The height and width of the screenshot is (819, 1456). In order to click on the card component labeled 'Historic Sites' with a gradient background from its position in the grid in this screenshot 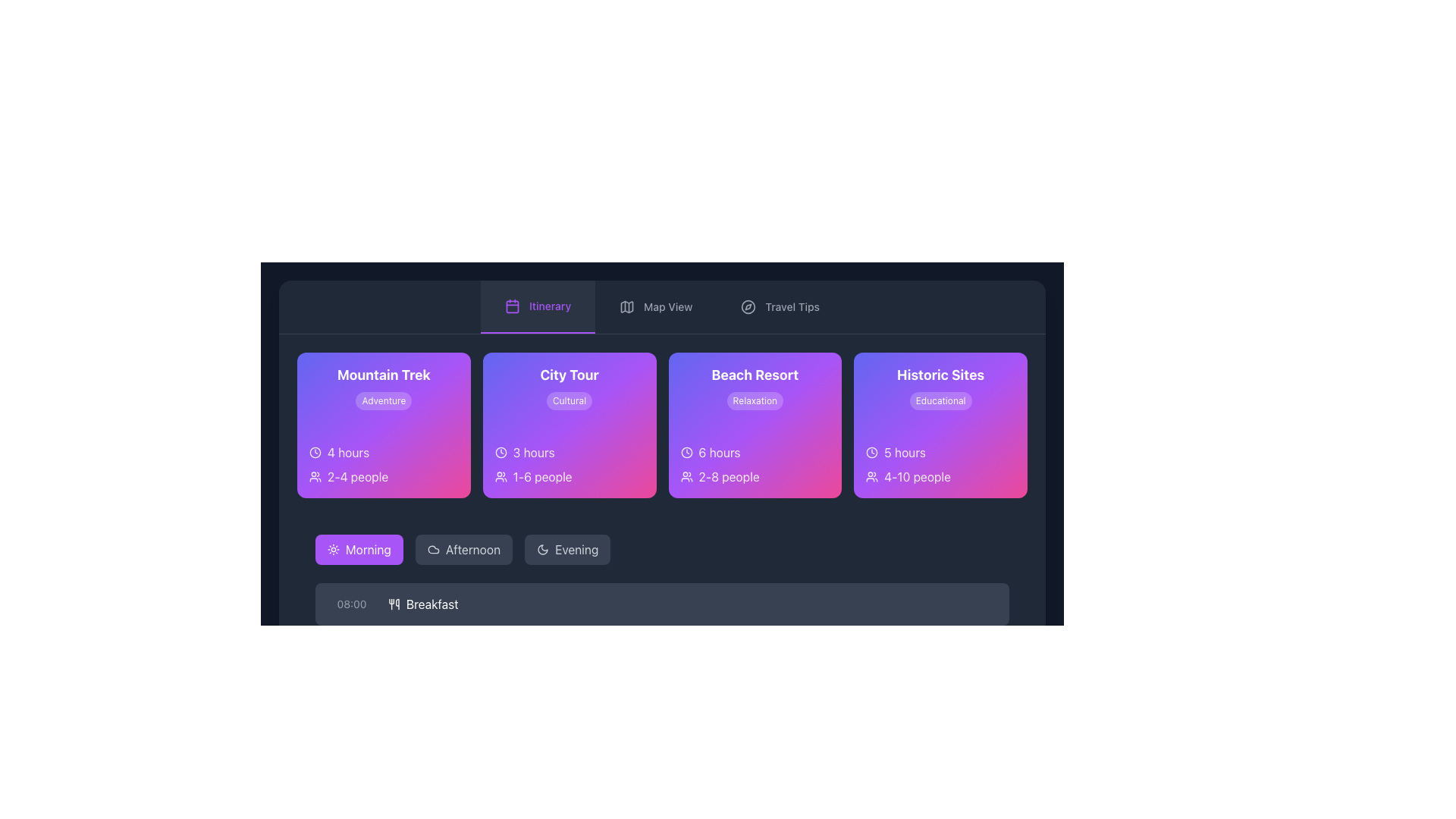, I will do `click(940, 425)`.